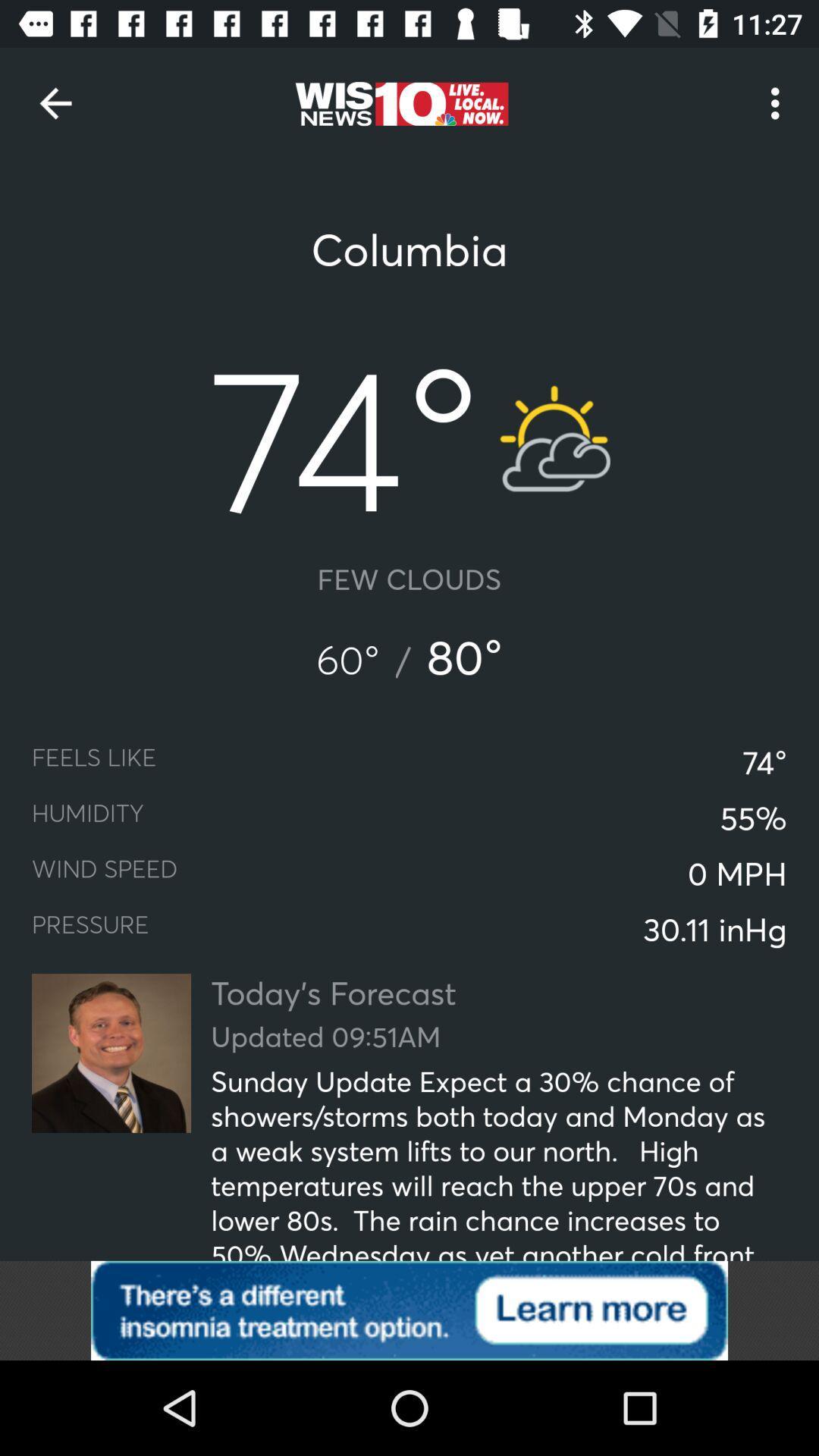 The width and height of the screenshot is (819, 1456). What do you see at coordinates (400, 103) in the screenshot?
I see `website logo right side to back arrow on top of page` at bounding box center [400, 103].